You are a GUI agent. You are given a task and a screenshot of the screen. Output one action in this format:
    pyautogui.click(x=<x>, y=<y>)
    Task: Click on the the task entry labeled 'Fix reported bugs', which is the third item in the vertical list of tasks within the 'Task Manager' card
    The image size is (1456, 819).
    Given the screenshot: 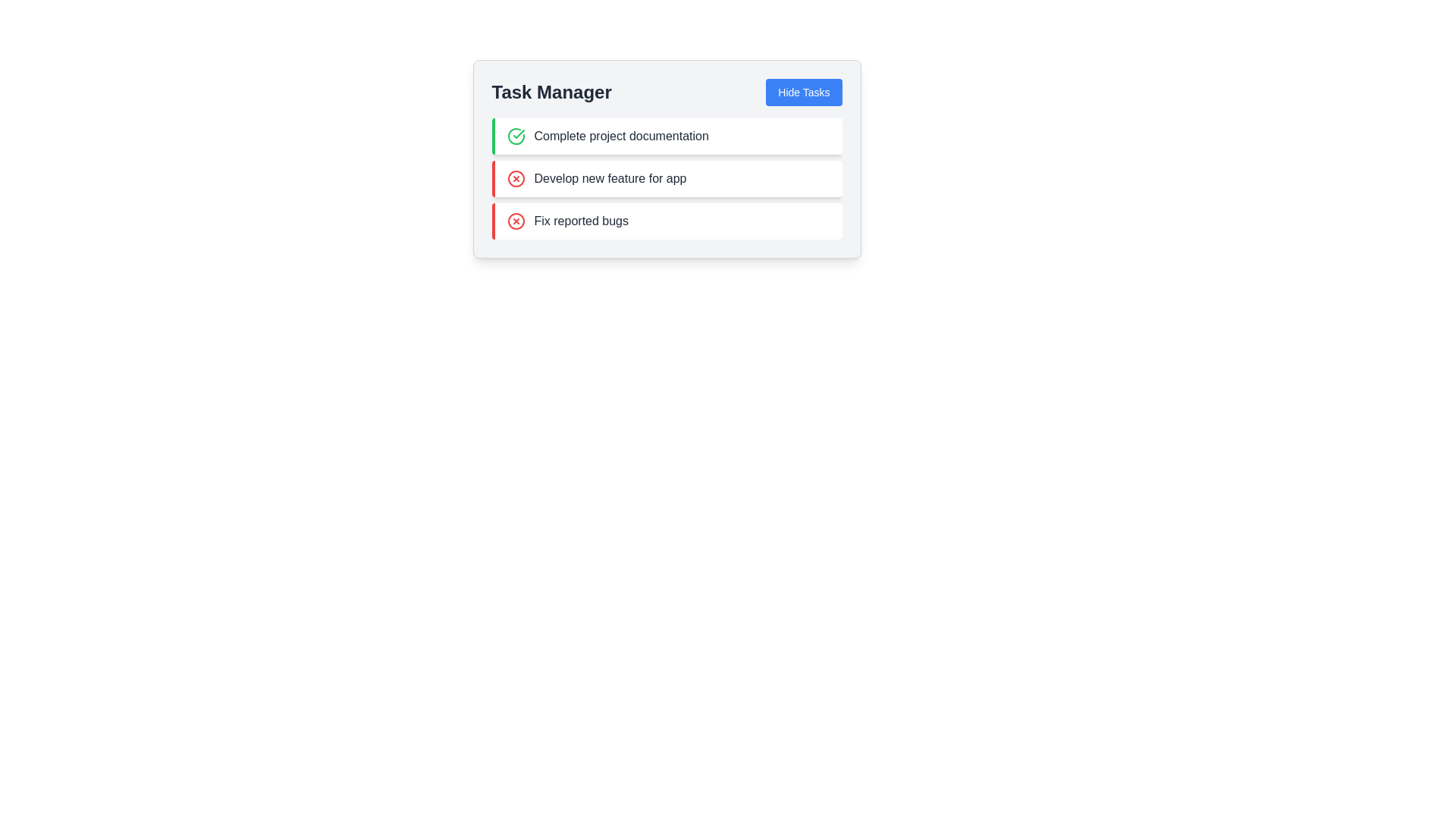 What is the action you would take?
    pyautogui.click(x=667, y=221)
    